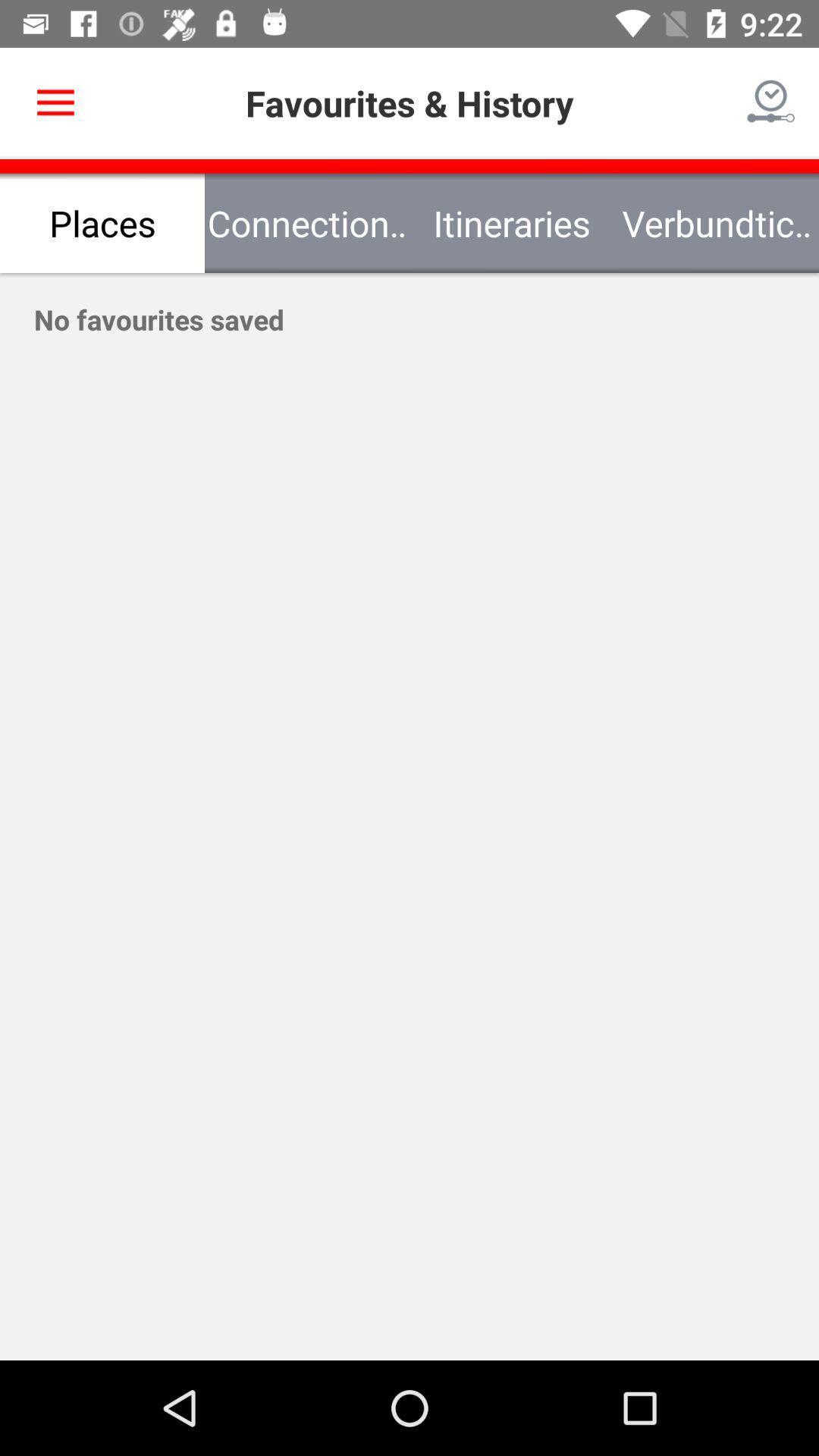 The width and height of the screenshot is (819, 1456). I want to click on icon to the right of places, so click(307, 222).